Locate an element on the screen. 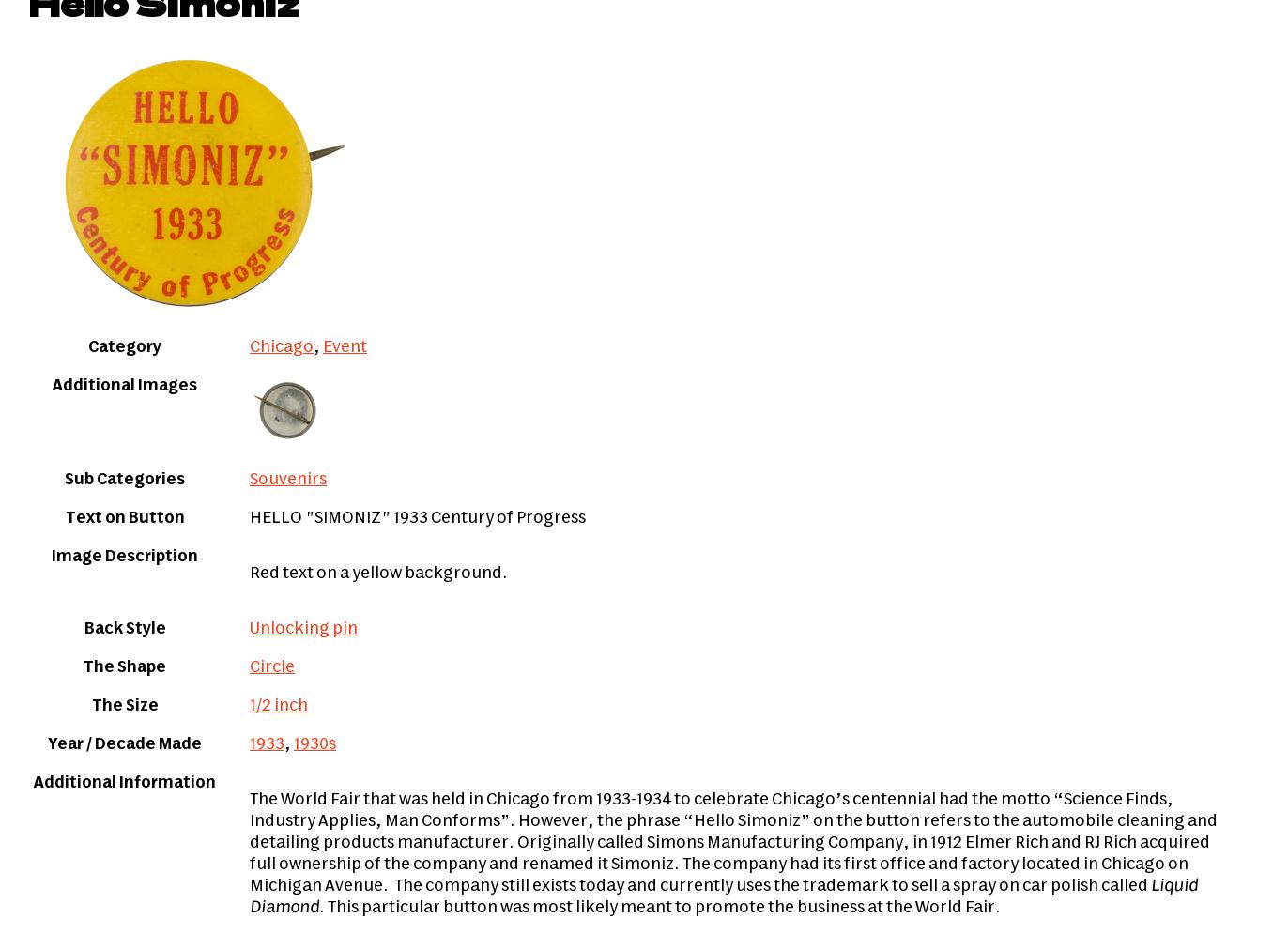 The image size is (1288, 934). 'Circle' is located at coordinates (250, 667).